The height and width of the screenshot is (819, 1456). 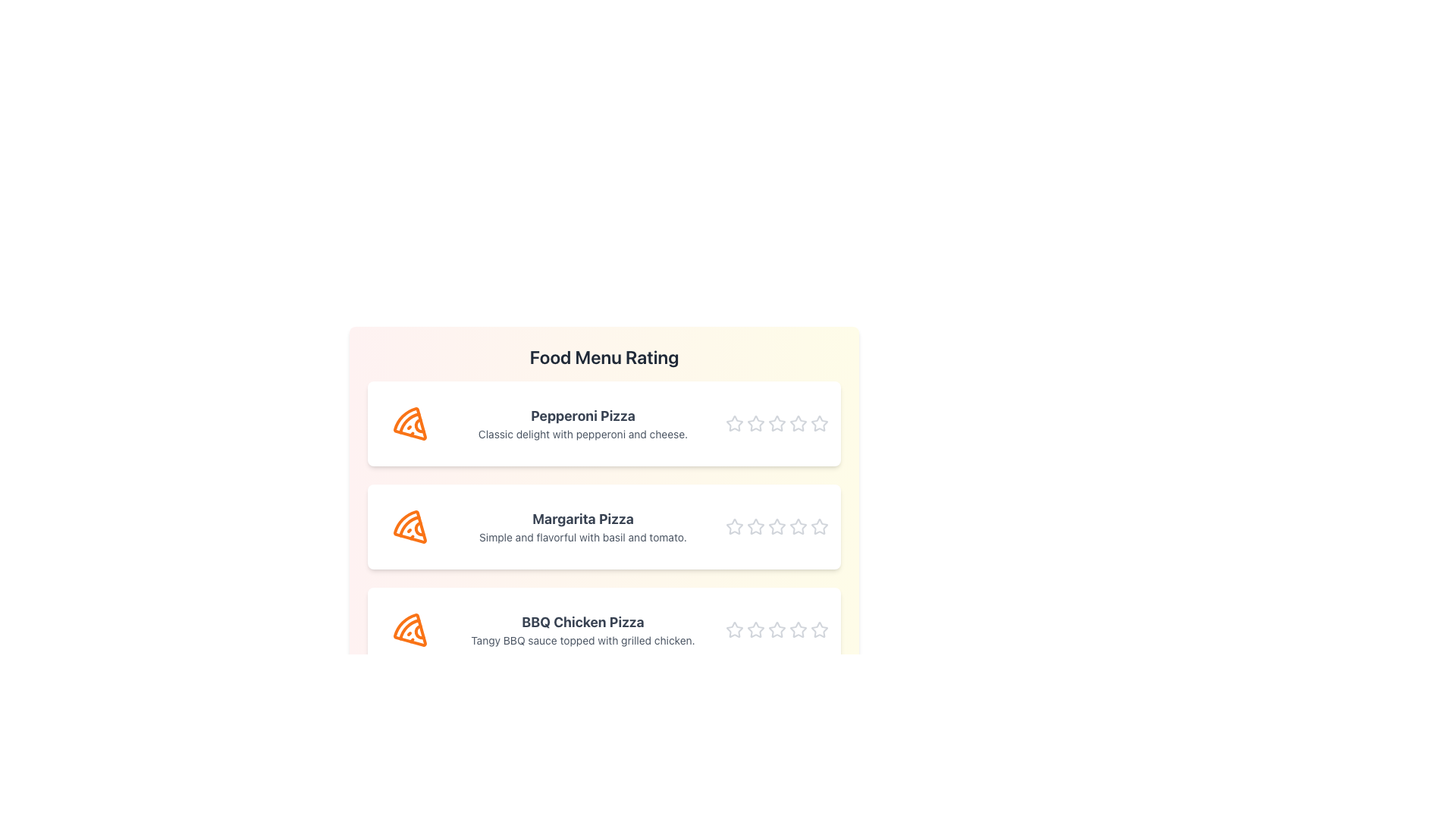 What do you see at coordinates (818, 526) in the screenshot?
I see `the fourth star in the five-star rating component for 'Margarita Pizza' using keyboard navigation` at bounding box center [818, 526].